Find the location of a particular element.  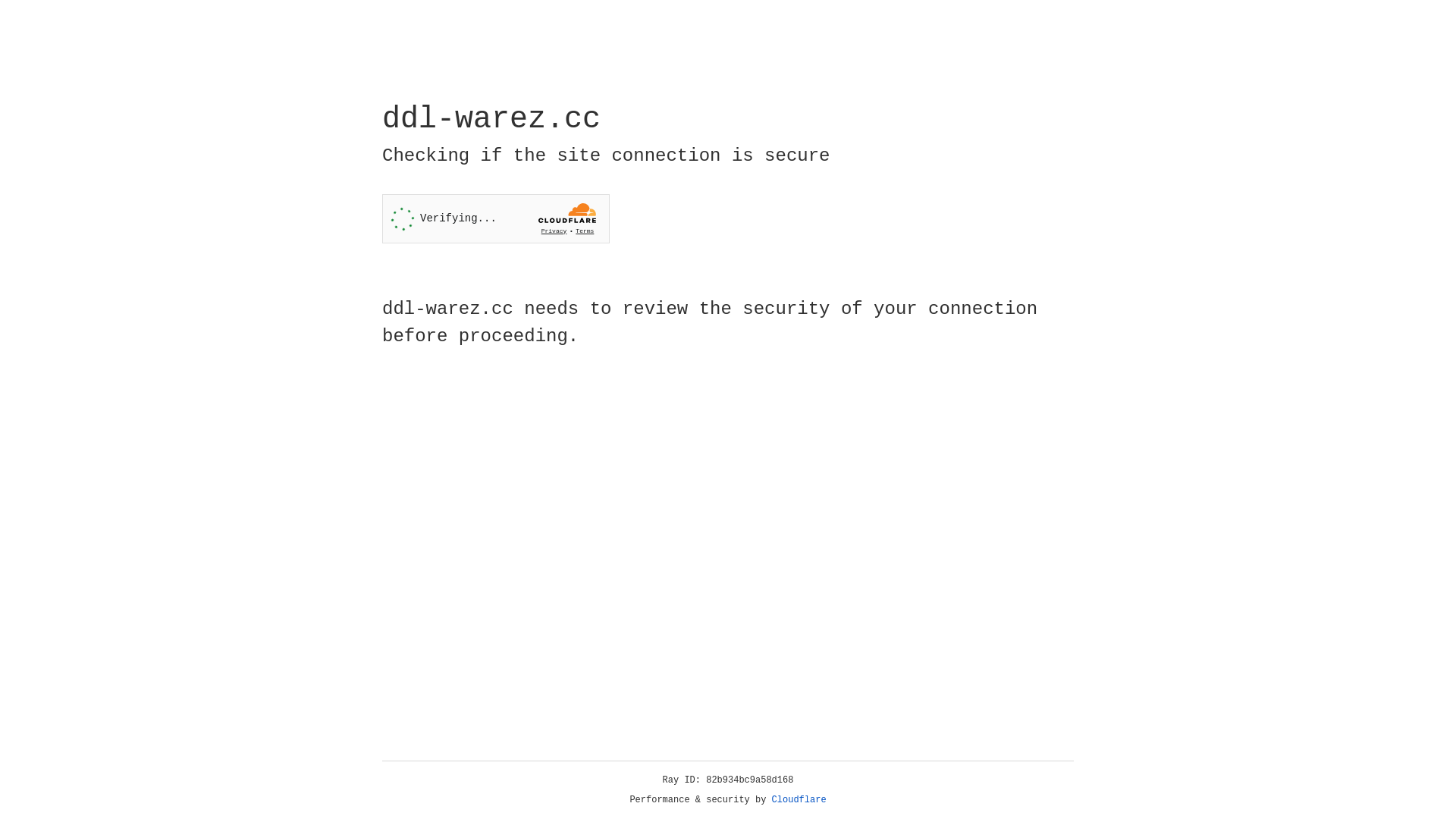

'Widget containing a Cloudflare security challenge' is located at coordinates (495, 218).